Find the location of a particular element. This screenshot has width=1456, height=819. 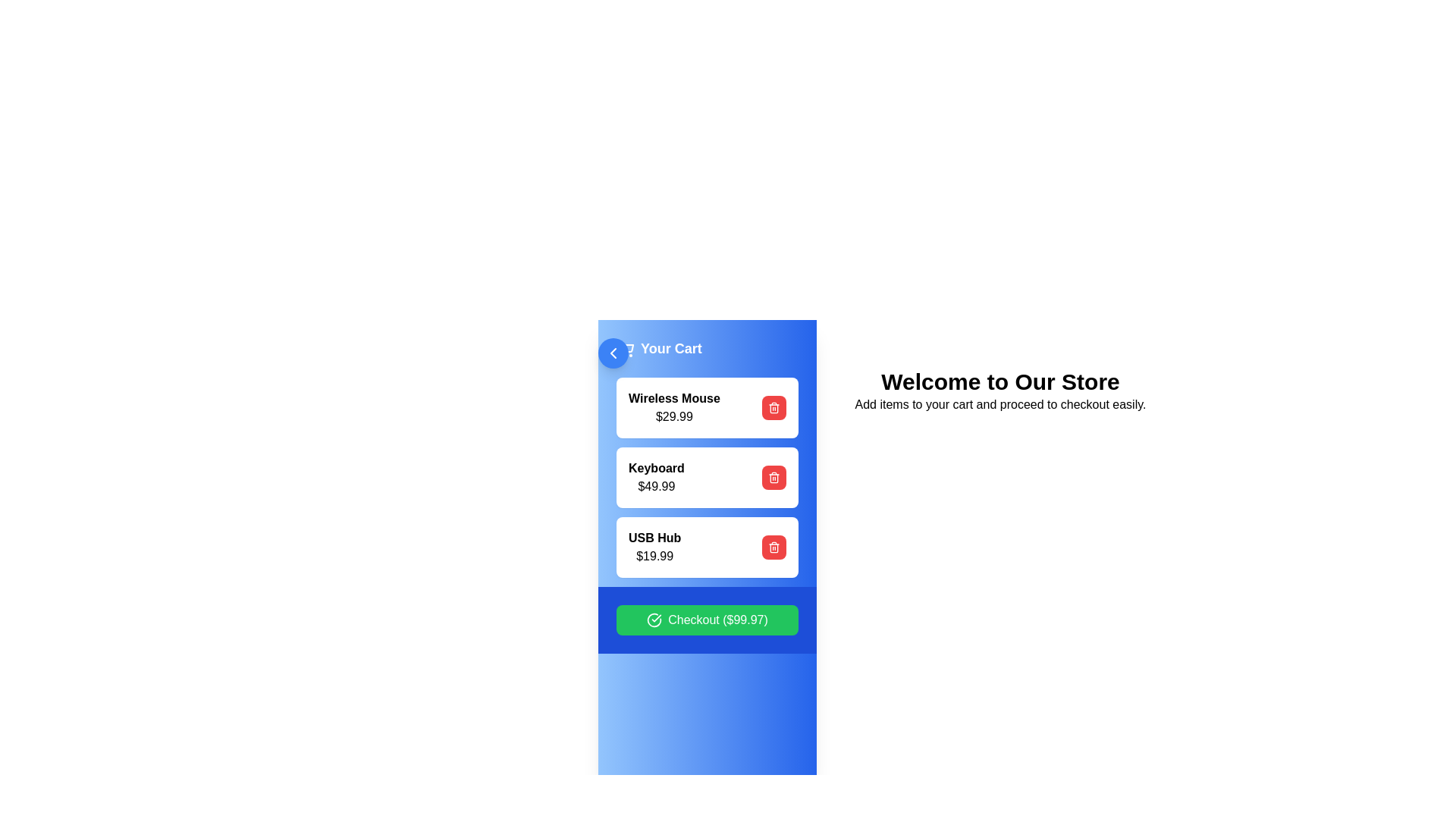

product name 'Keyboard' and its price '$49.99' from the text block located in the middle of the cart interface is located at coordinates (656, 476).